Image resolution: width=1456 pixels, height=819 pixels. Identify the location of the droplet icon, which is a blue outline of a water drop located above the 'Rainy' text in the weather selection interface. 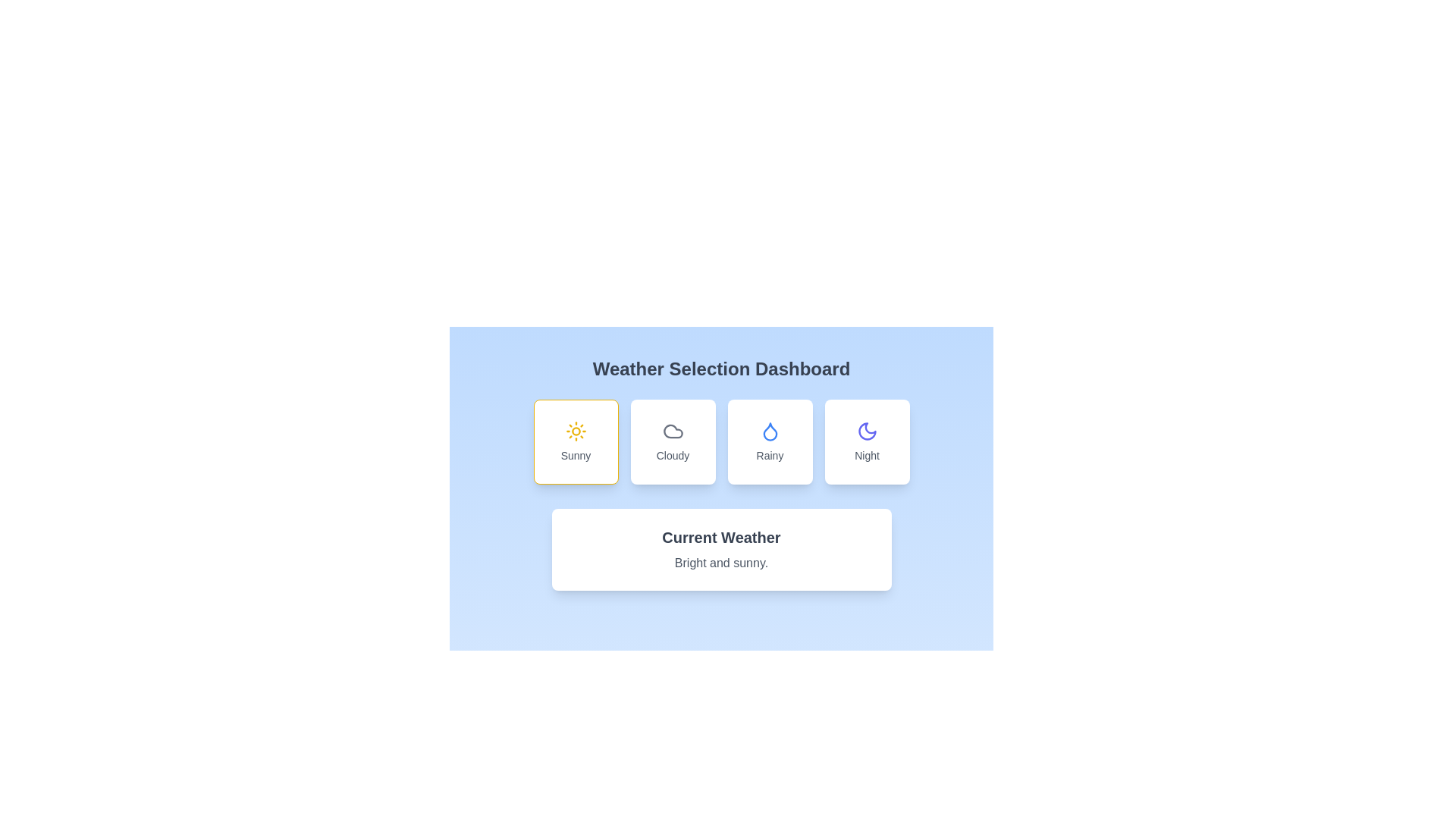
(770, 431).